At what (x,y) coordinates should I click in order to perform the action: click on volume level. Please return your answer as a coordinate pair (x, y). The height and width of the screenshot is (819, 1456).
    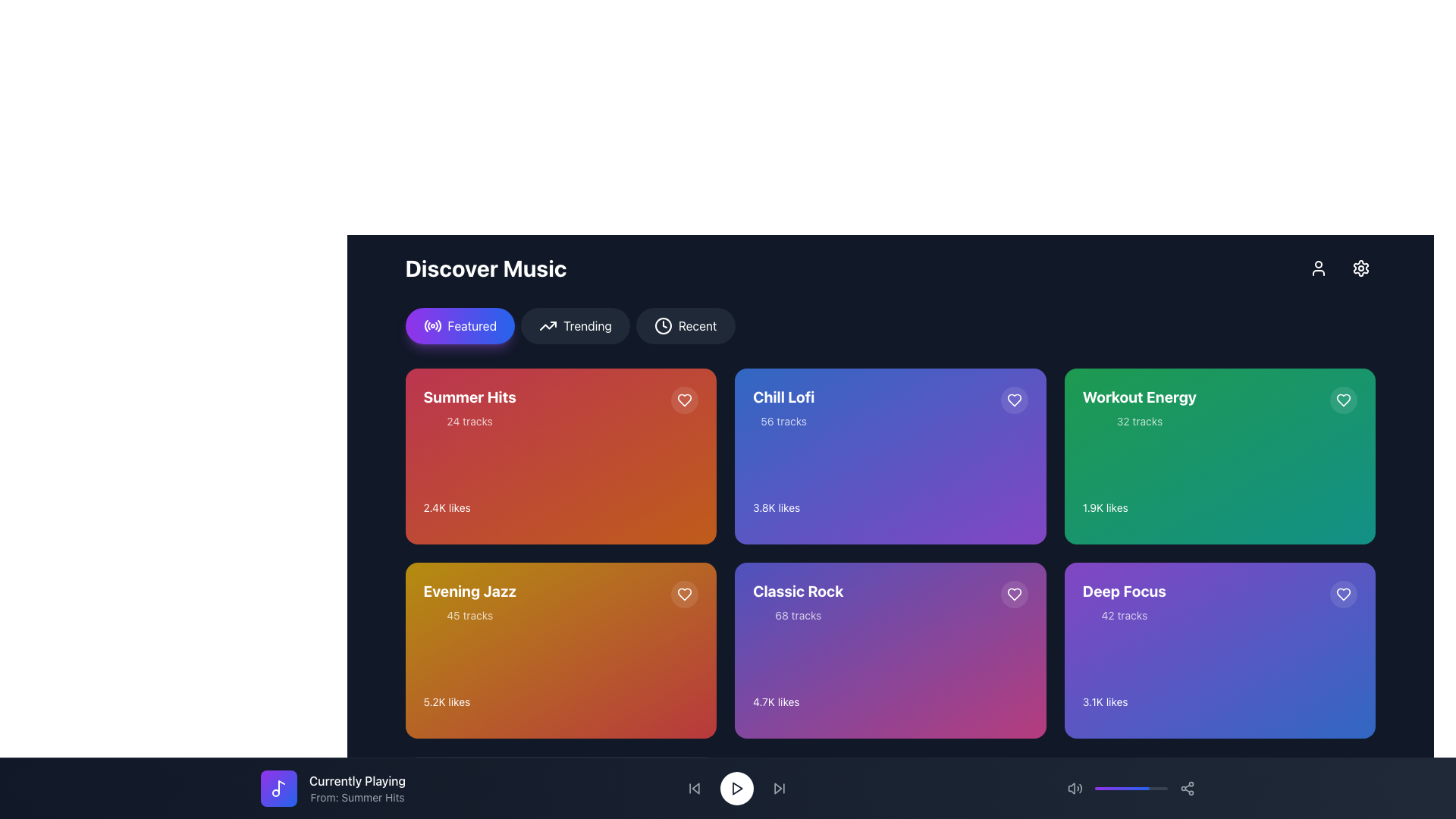
    Looking at the image, I should click on (1097, 788).